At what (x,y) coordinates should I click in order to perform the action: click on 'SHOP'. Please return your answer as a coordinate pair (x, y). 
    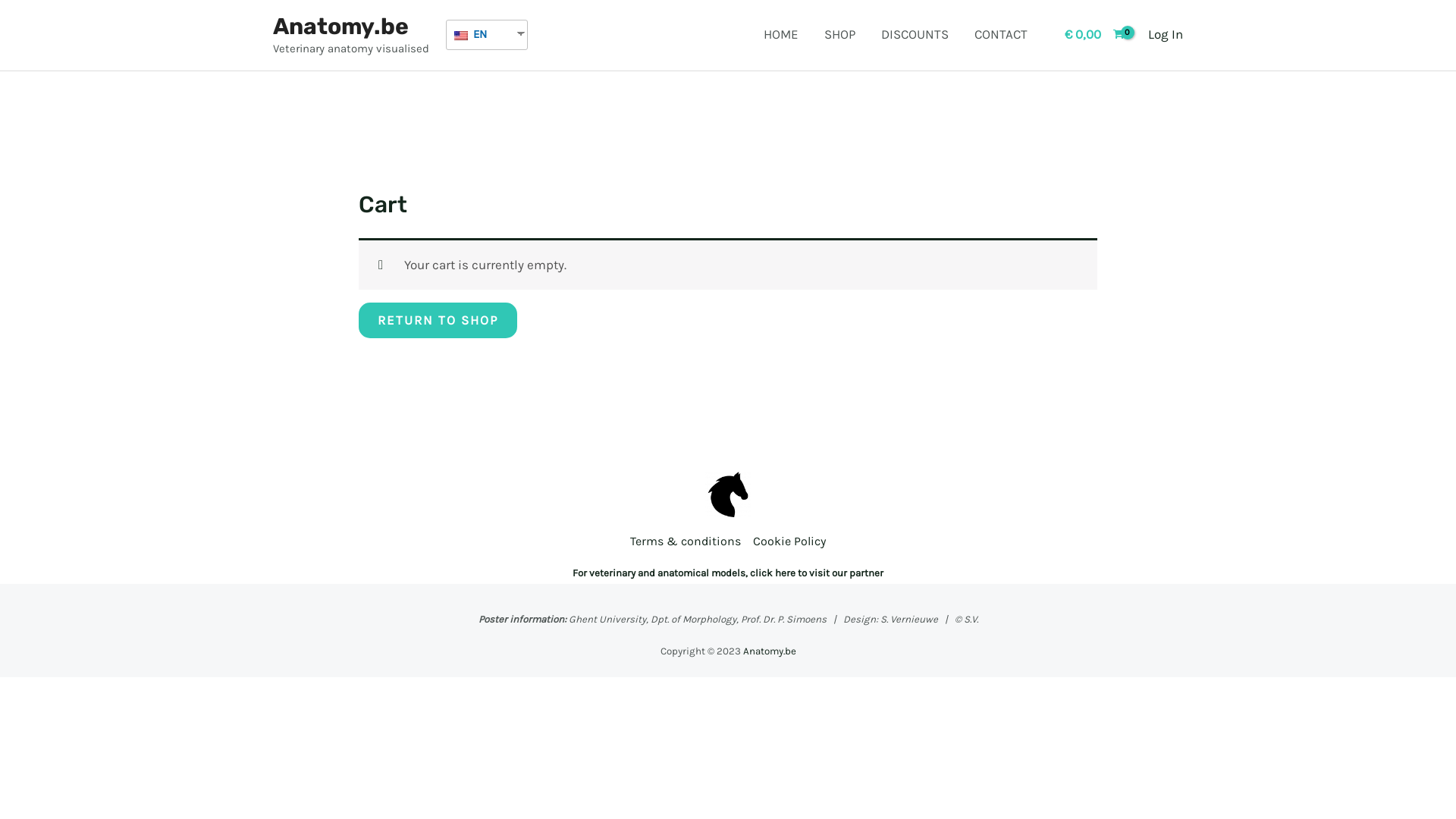
    Looking at the image, I should click on (811, 34).